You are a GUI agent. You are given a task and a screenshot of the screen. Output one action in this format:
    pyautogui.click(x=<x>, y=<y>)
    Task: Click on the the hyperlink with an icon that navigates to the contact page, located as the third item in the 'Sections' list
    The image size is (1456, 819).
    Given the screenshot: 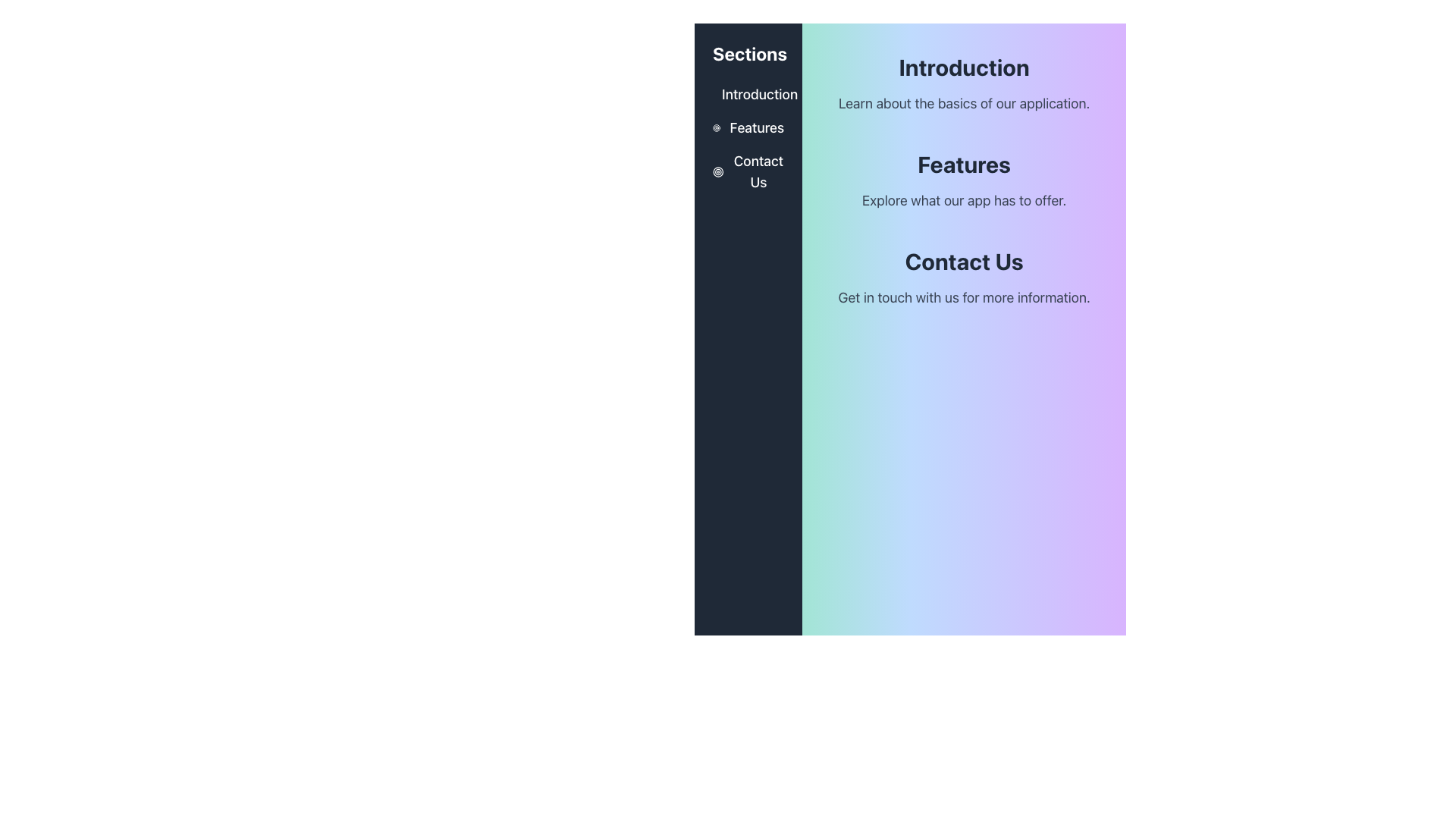 What is the action you would take?
    pyautogui.click(x=748, y=171)
    